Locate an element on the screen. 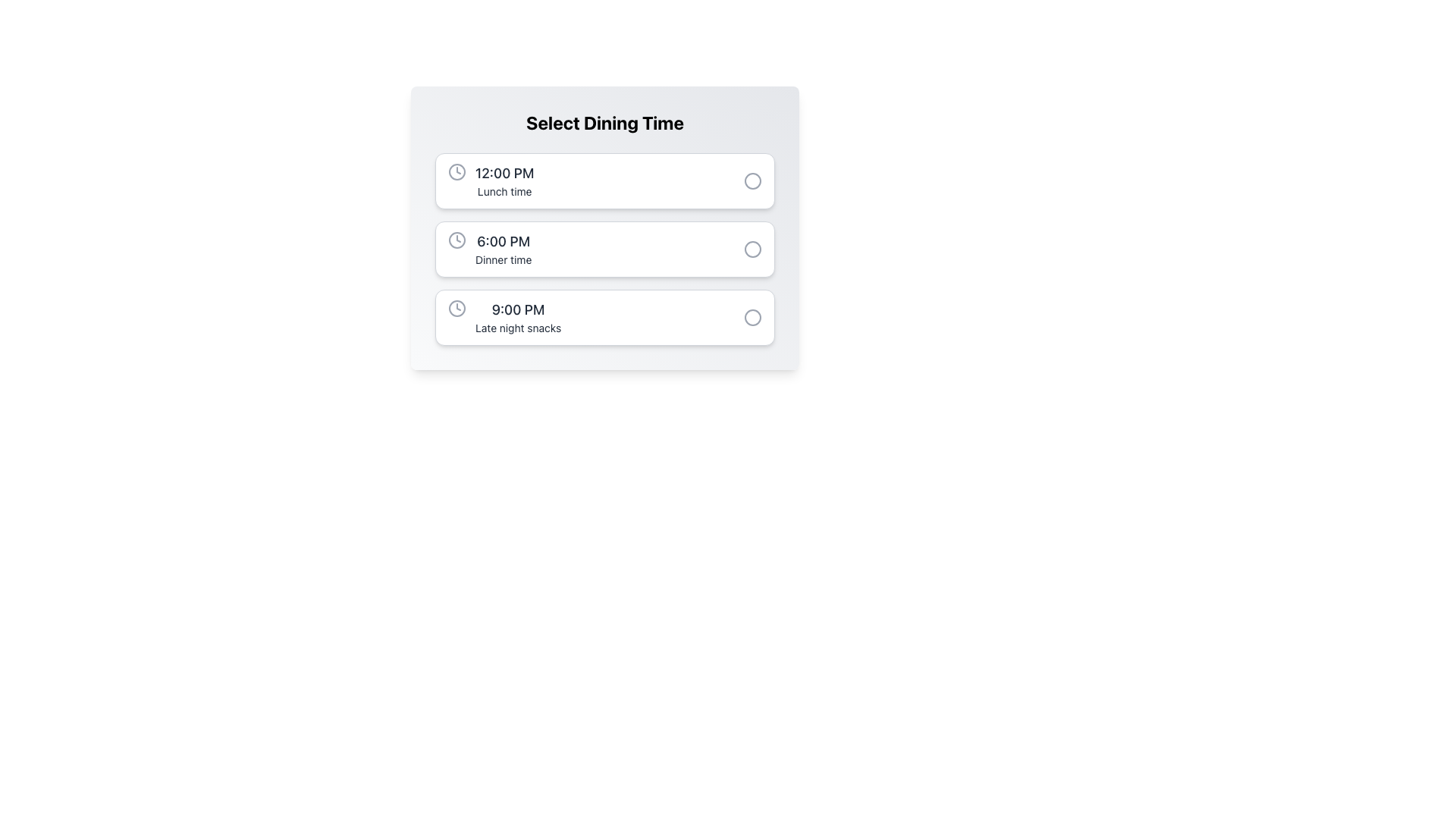 Image resolution: width=1456 pixels, height=819 pixels. text label that displays 'Dinner time', which is styled in a smaller font and positioned below '6:00 PM' in the dining time options list is located at coordinates (504, 259).